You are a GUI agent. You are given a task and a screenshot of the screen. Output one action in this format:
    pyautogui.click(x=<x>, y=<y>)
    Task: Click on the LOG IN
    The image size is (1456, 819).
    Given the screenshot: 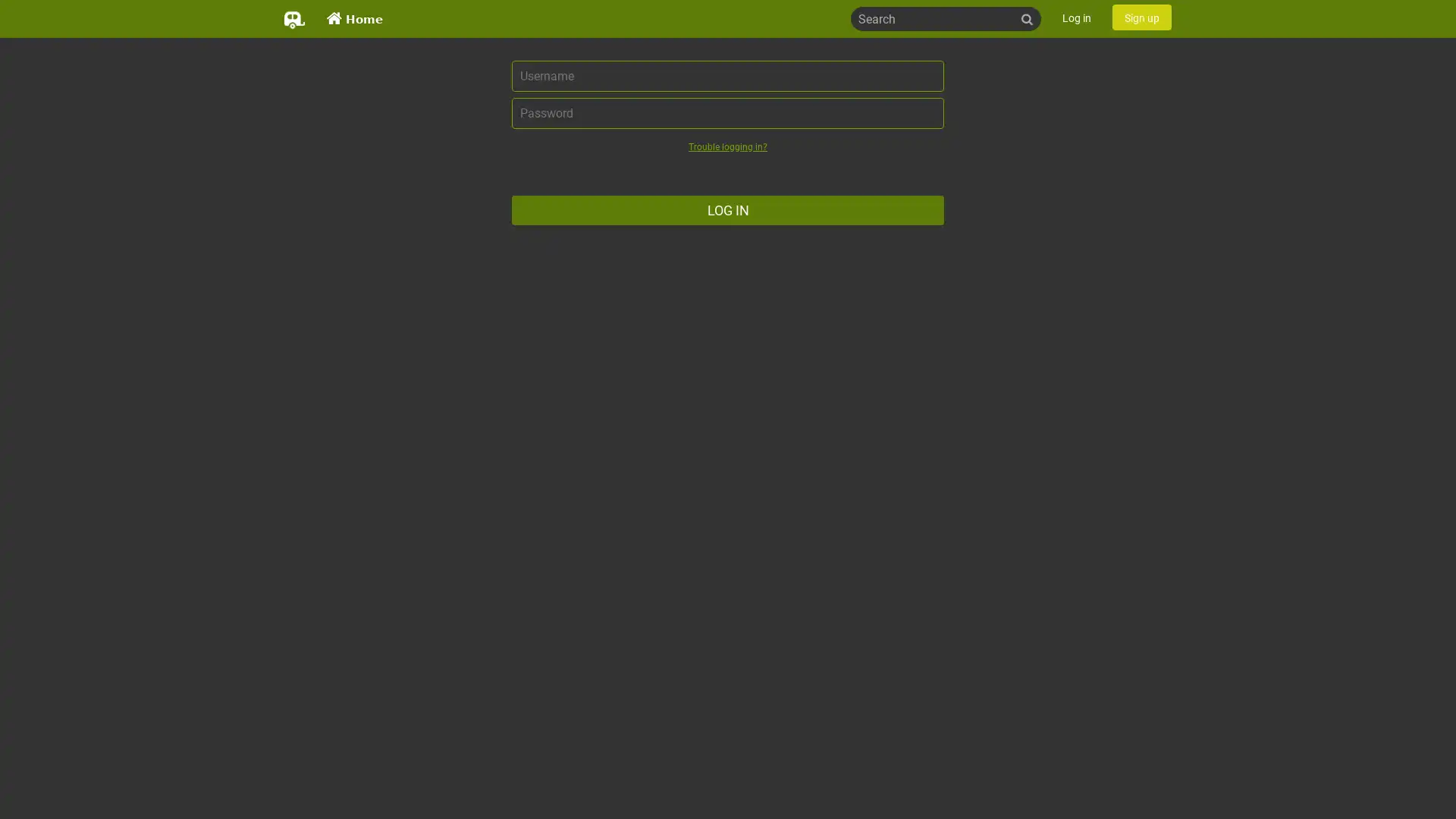 What is the action you would take?
    pyautogui.click(x=728, y=210)
    